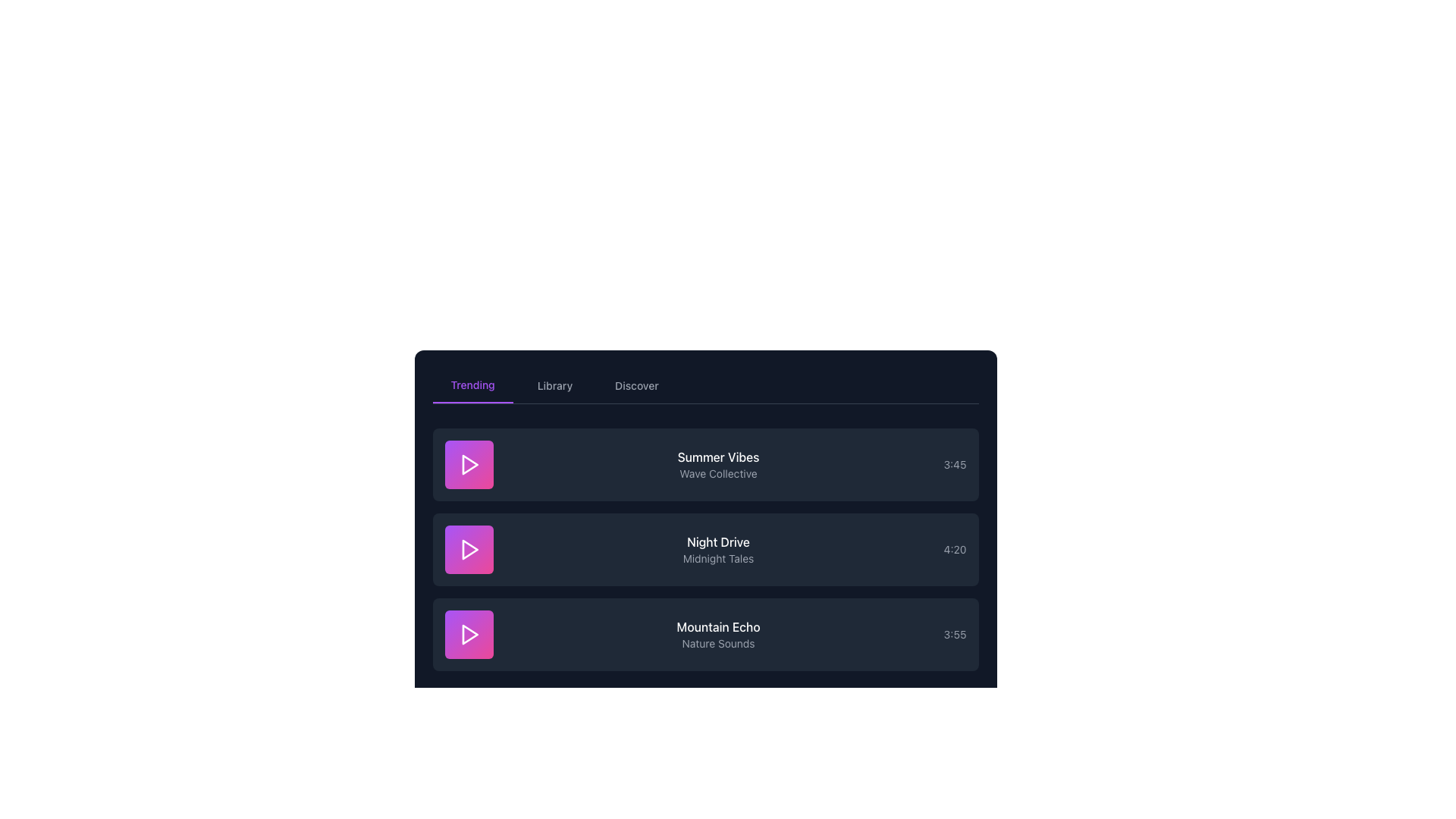 Image resolution: width=1456 pixels, height=819 pixels. Describe the element at coordinates (704, 464) in the screenshot. I see `the first interactive media track card in the 'Trending' section, which displays the title 'Summer Vibes'` at that location.